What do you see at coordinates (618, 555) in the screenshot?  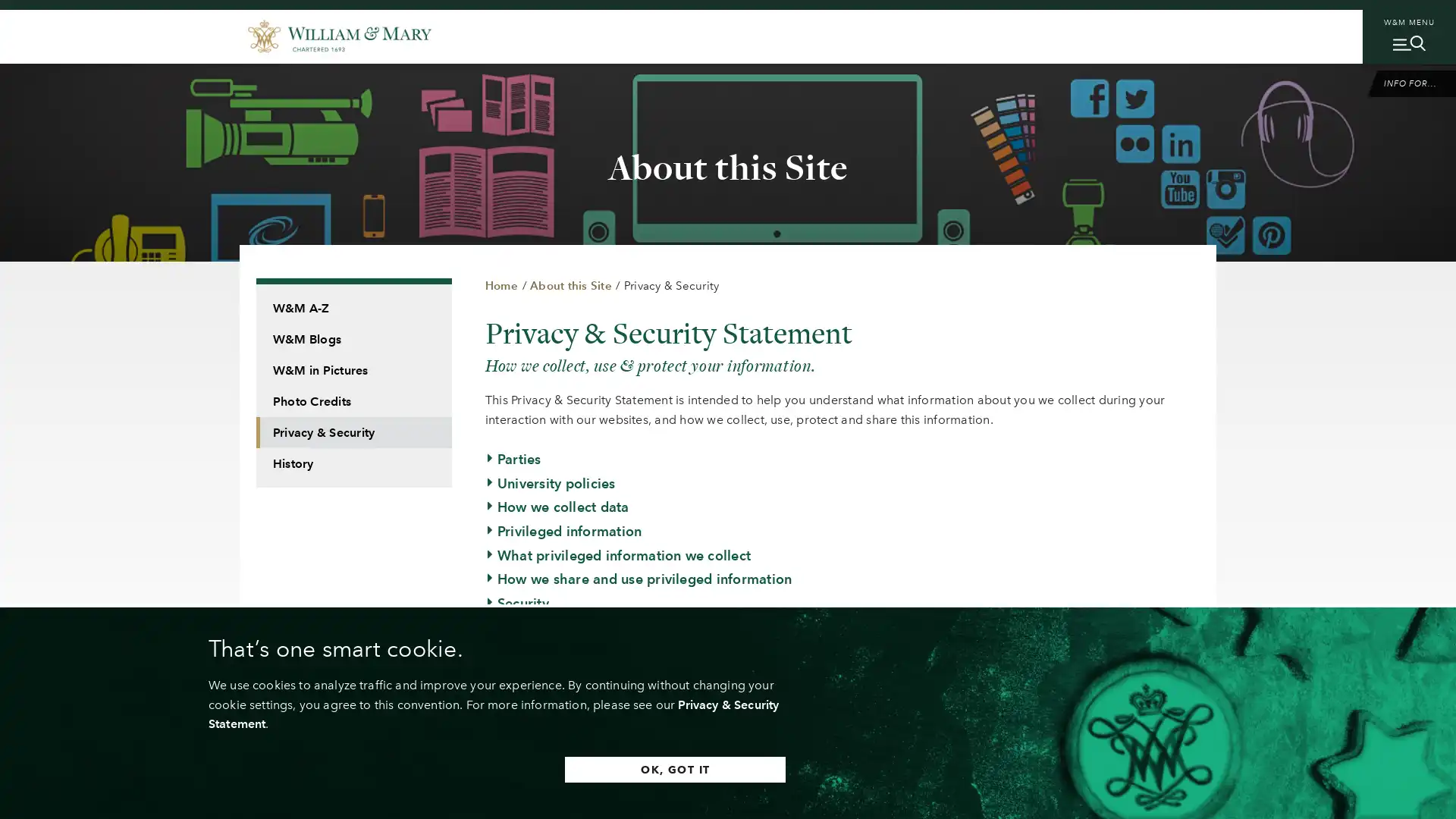 I see `What privileged information we collect` at bounding box center [618, 555].